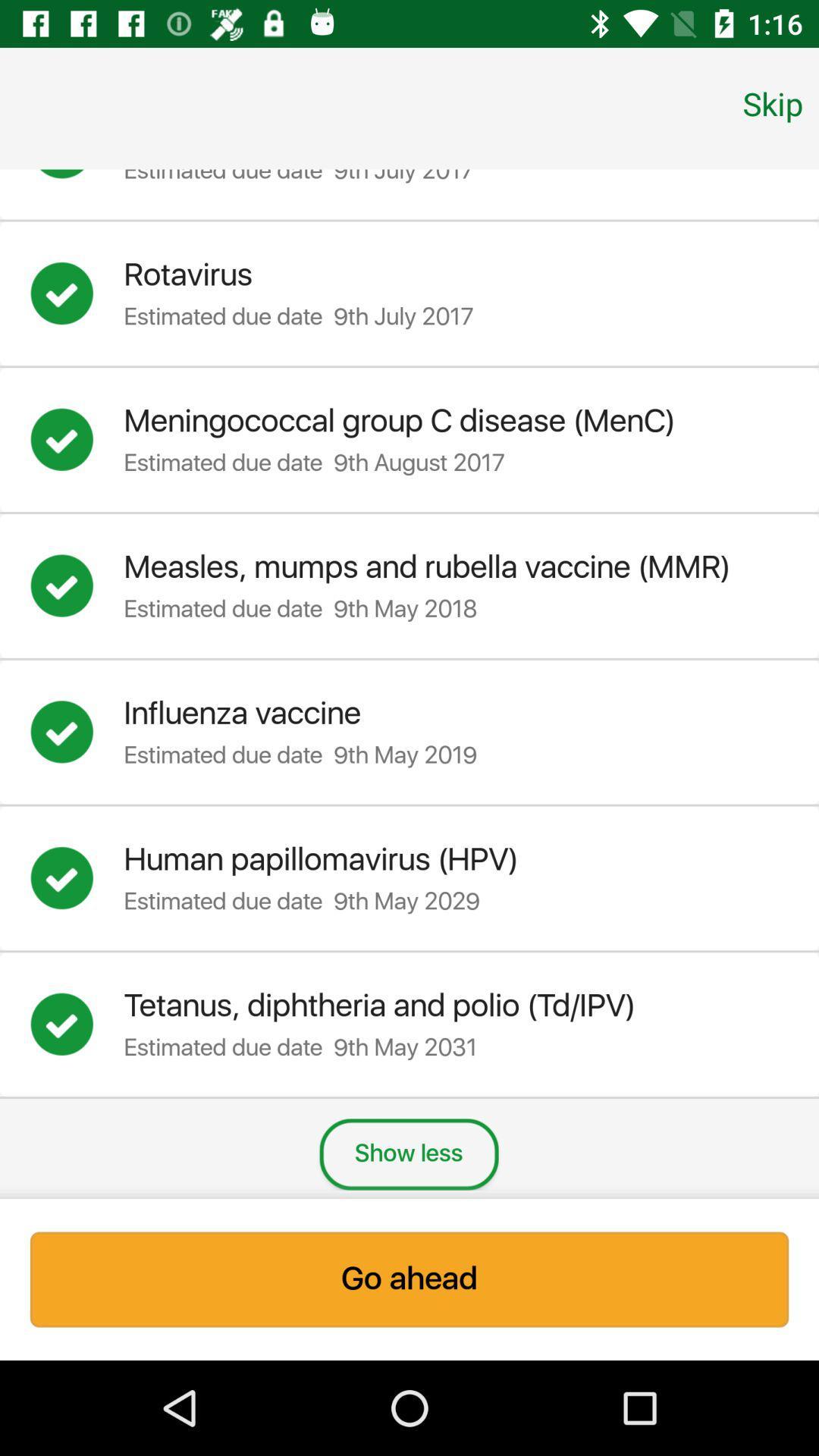  Describe the element at coordinates (77, 585) in the screenshot. I see `information` at that location.